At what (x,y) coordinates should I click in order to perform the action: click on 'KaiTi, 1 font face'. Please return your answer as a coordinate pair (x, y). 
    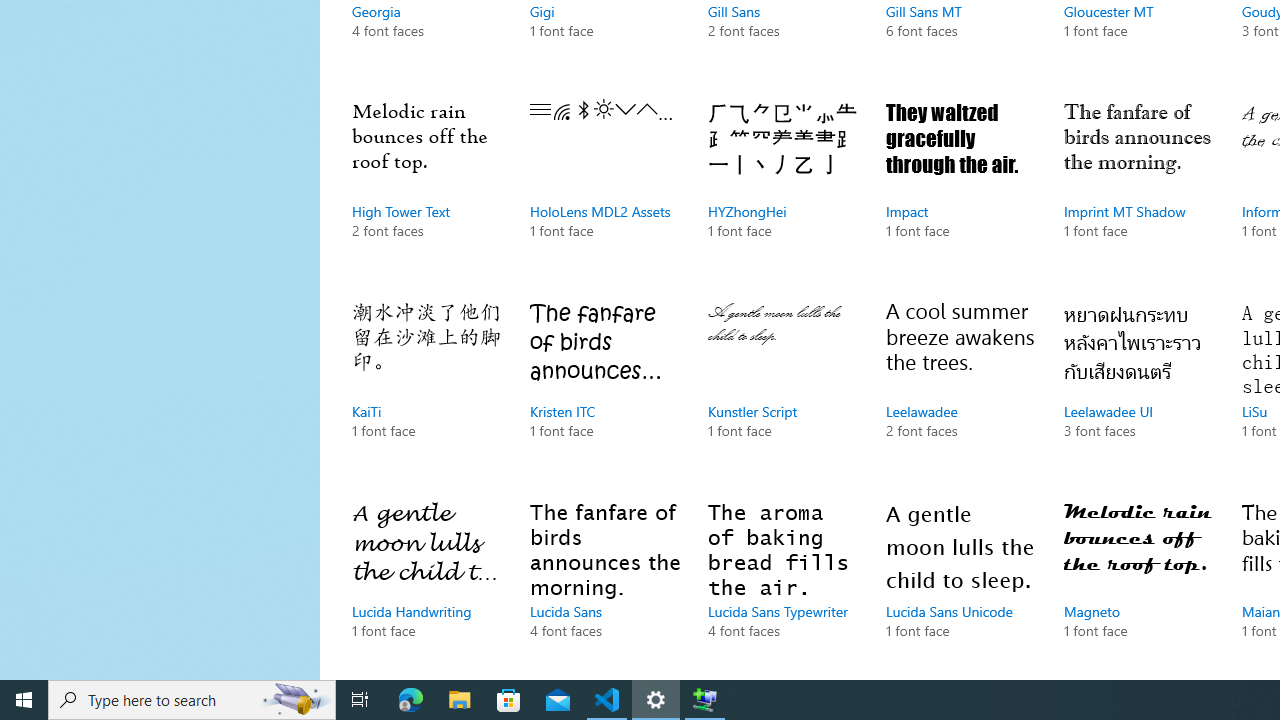
    Looking at the image, I should click on (425, 390).